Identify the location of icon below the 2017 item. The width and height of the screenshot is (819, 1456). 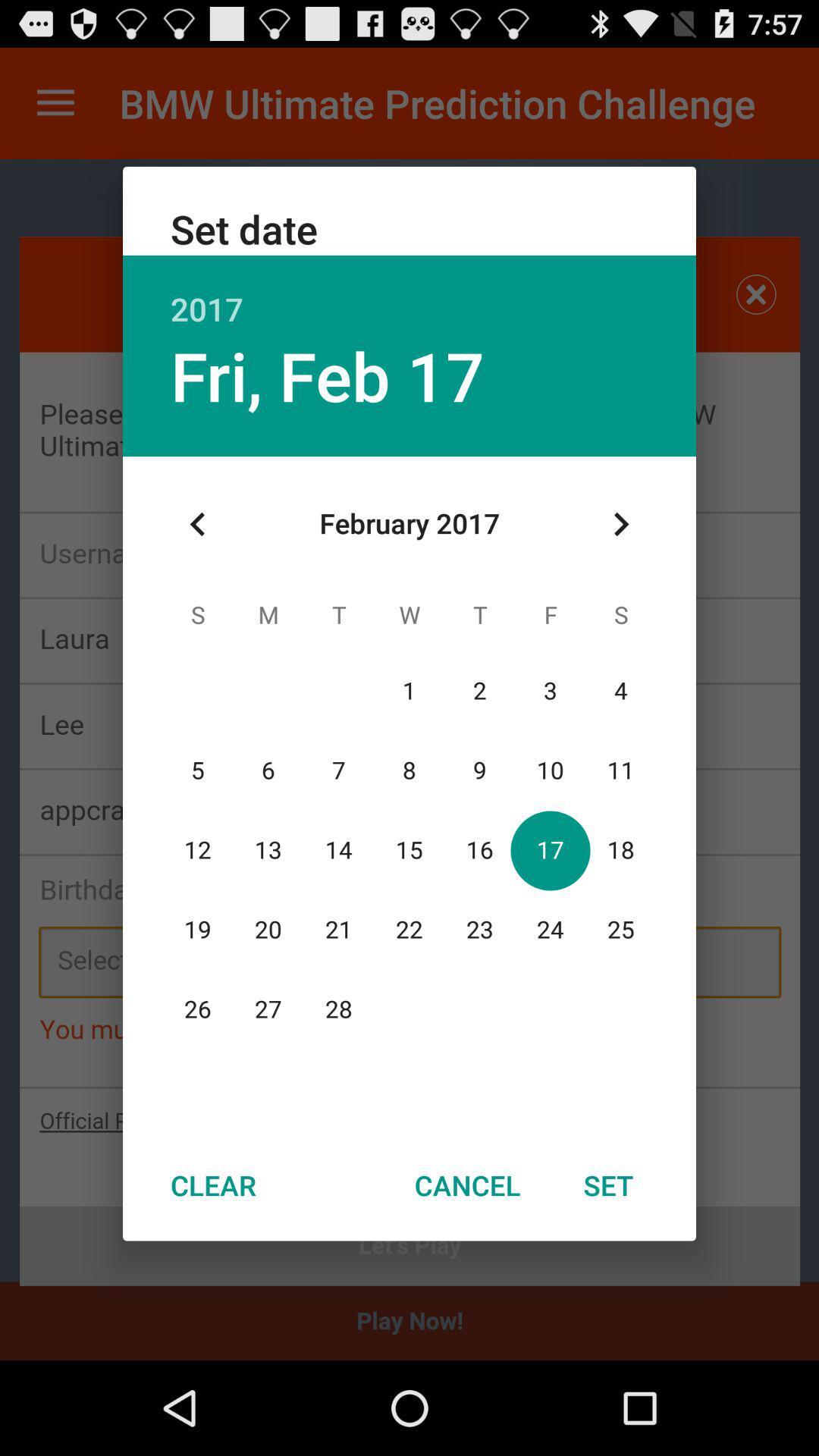
(327, 375).